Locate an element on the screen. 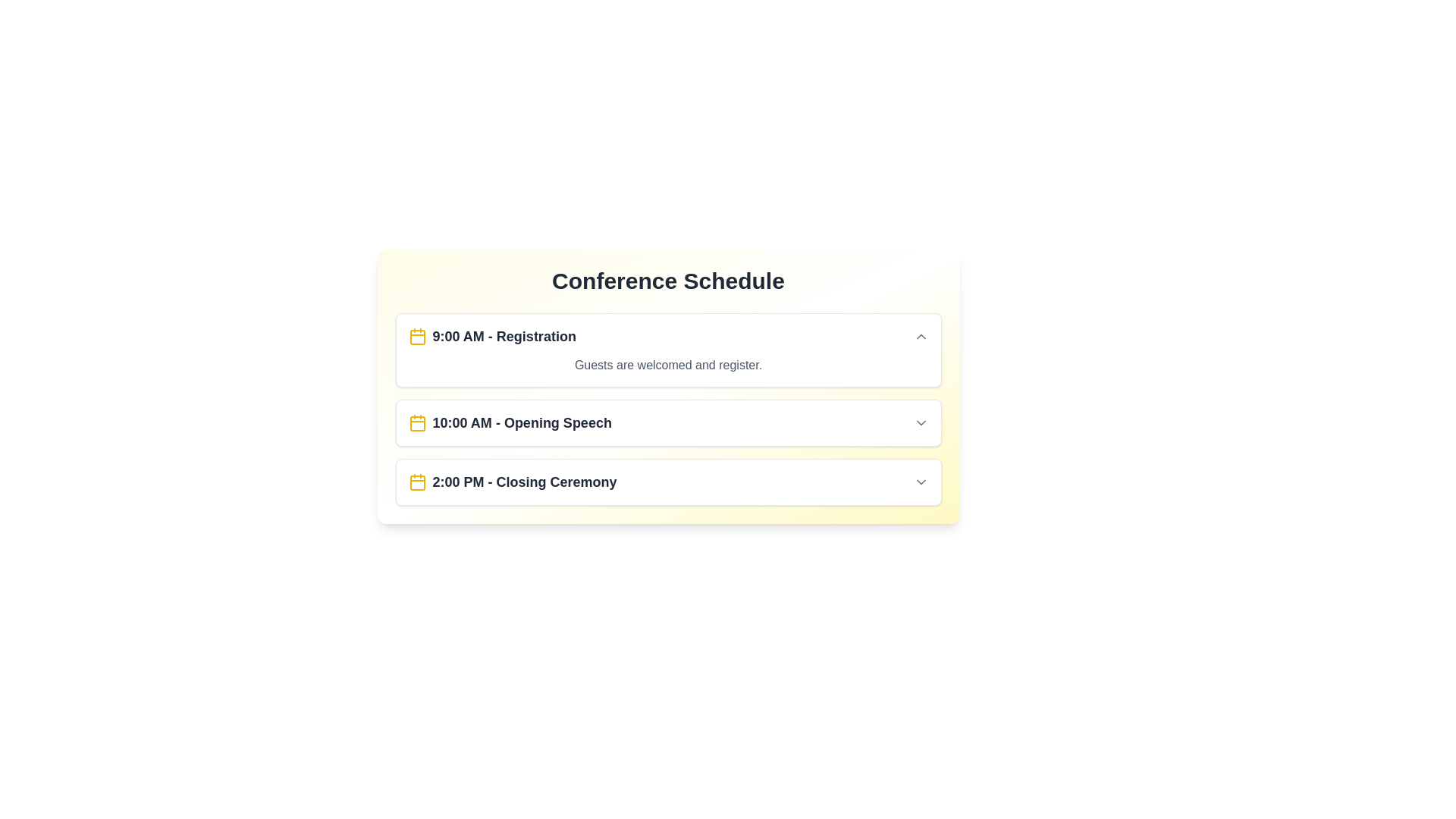  text '9:00 AM - Registration' from the bold text component located in the first item of the conference schedule list is located at coordinates (504, 335).